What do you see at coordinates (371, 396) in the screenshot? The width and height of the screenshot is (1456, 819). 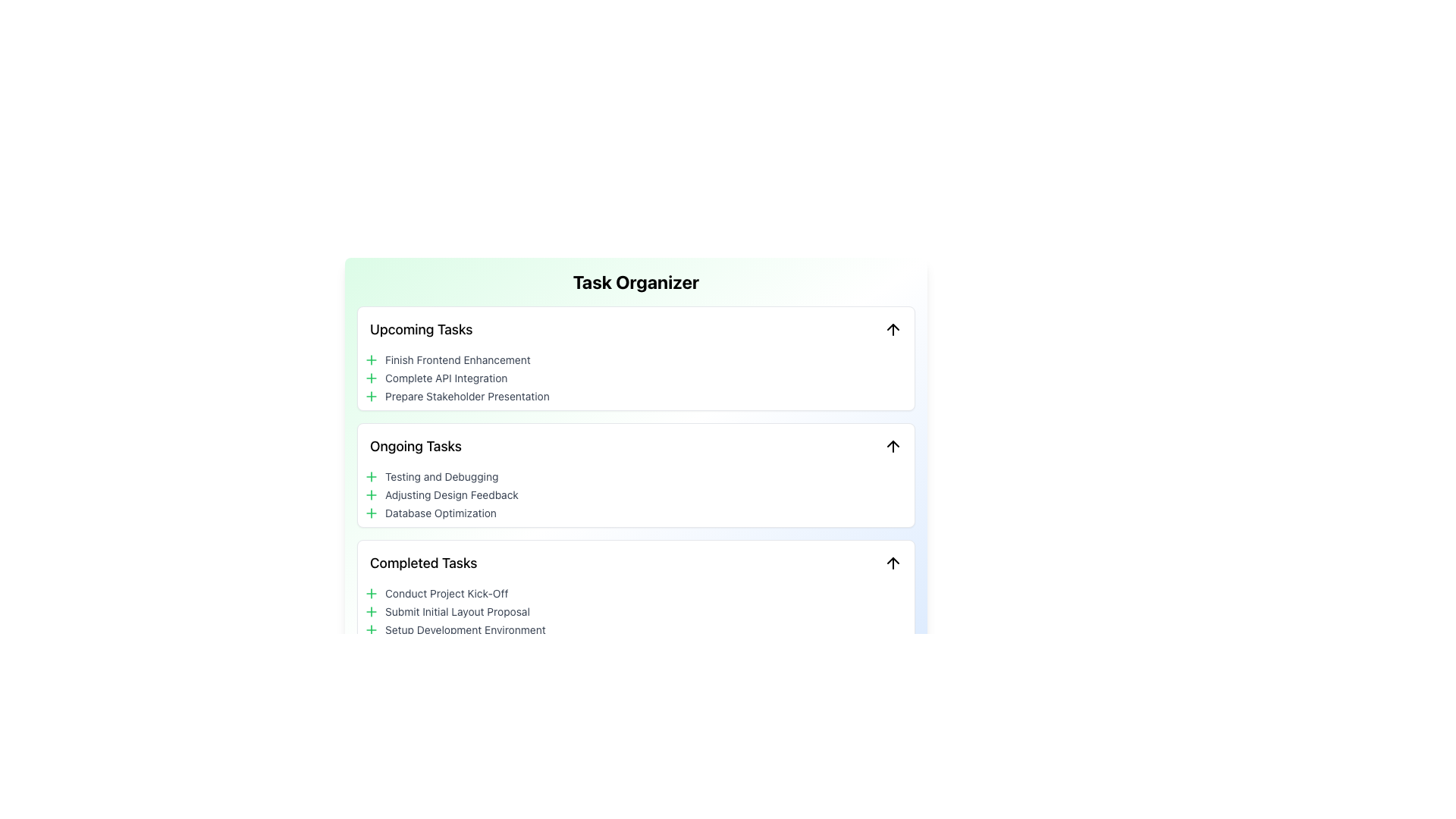 I see `the add action button located to the left of the text 'Prepare Stakeholder Presentation' in the 'Upcoming Tasks' section` at bounding box center [371, 396].